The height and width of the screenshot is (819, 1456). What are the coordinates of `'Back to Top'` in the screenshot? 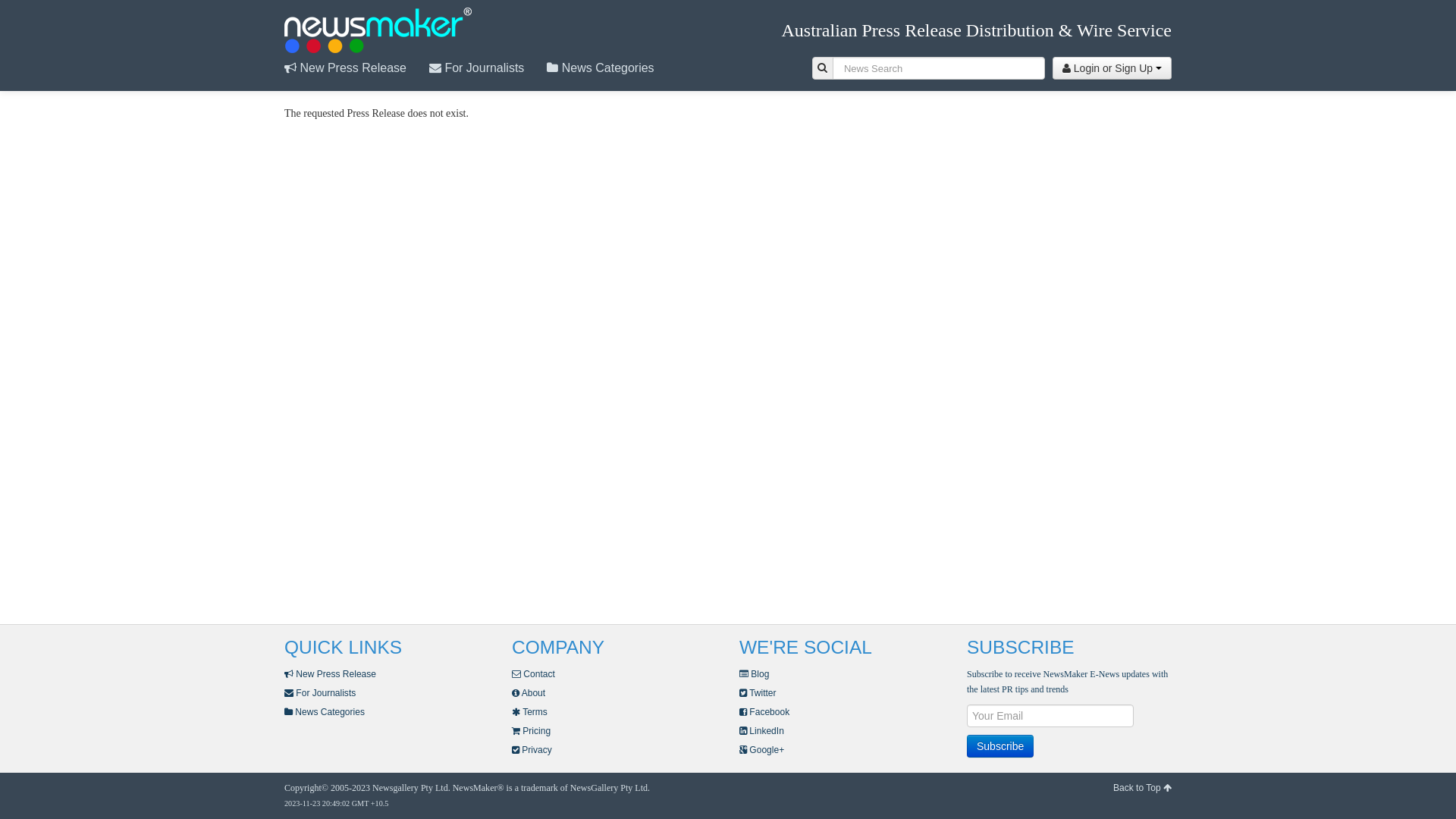 It's located at (1142, 786).